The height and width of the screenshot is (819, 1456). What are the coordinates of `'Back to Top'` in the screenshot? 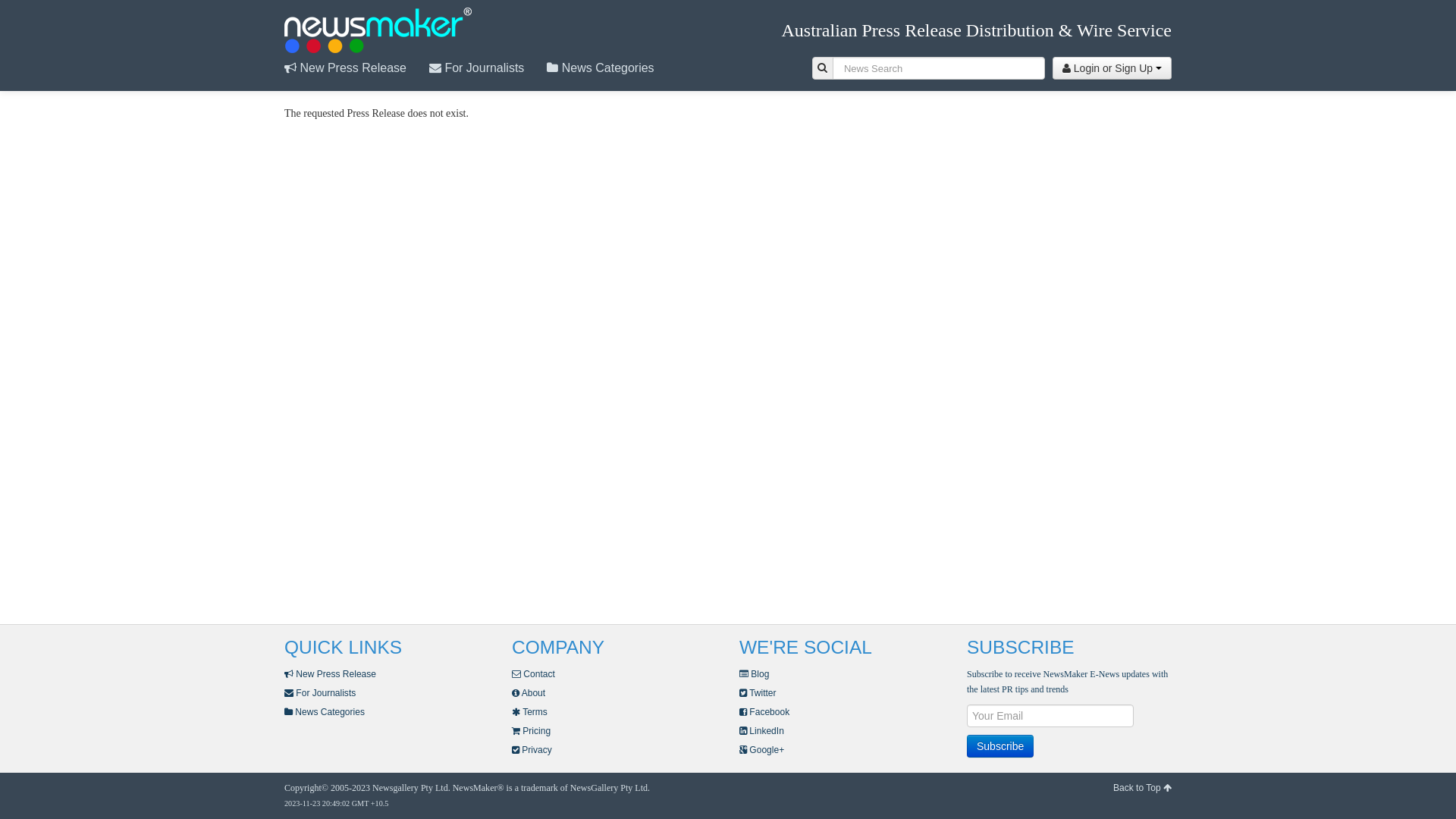 It's located at (1142, 786).